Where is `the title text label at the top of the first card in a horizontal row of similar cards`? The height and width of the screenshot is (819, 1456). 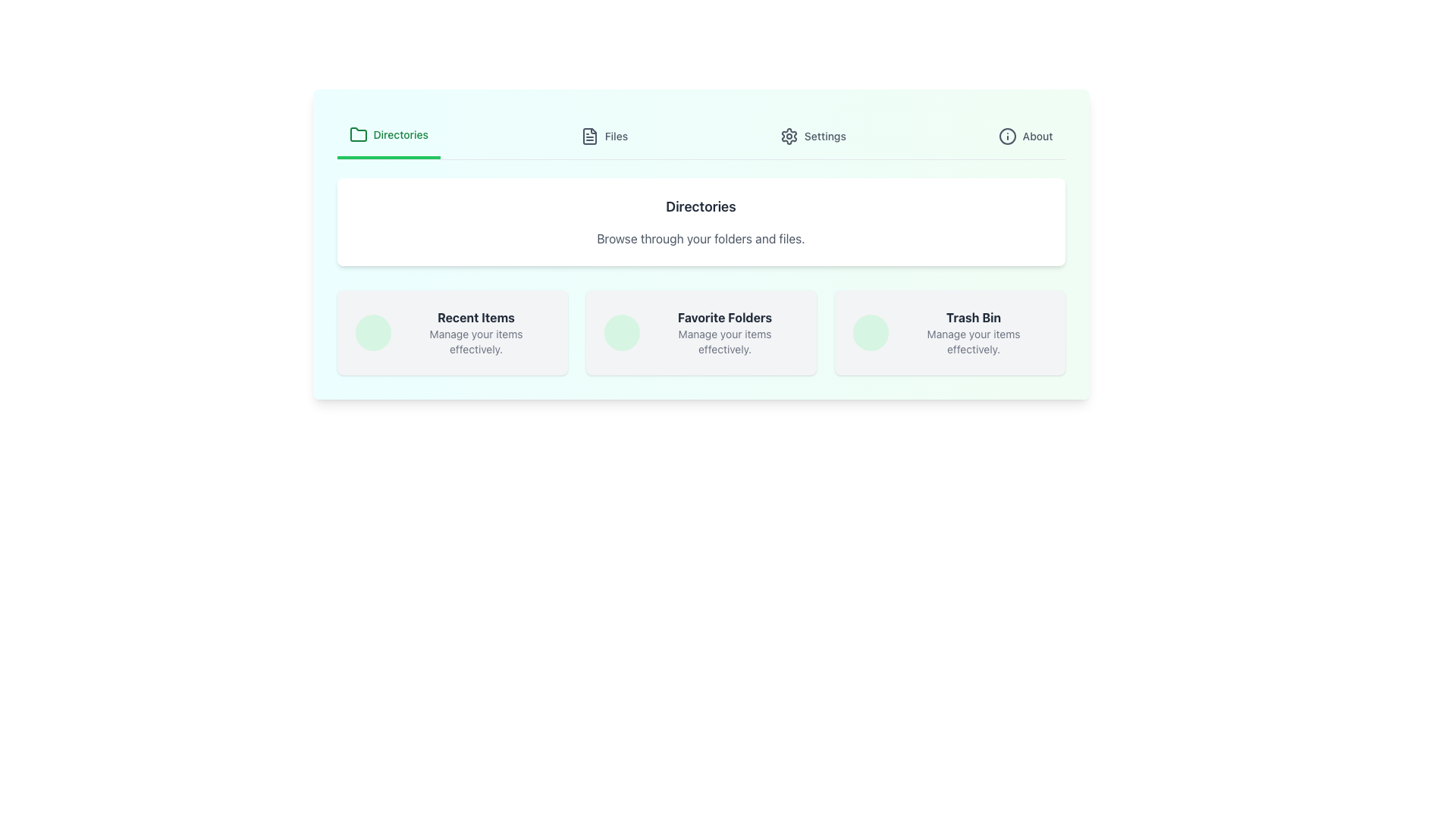
the title text label at the top of the first card in a horizontal row of similar cards is located at coordinates (475, 317).